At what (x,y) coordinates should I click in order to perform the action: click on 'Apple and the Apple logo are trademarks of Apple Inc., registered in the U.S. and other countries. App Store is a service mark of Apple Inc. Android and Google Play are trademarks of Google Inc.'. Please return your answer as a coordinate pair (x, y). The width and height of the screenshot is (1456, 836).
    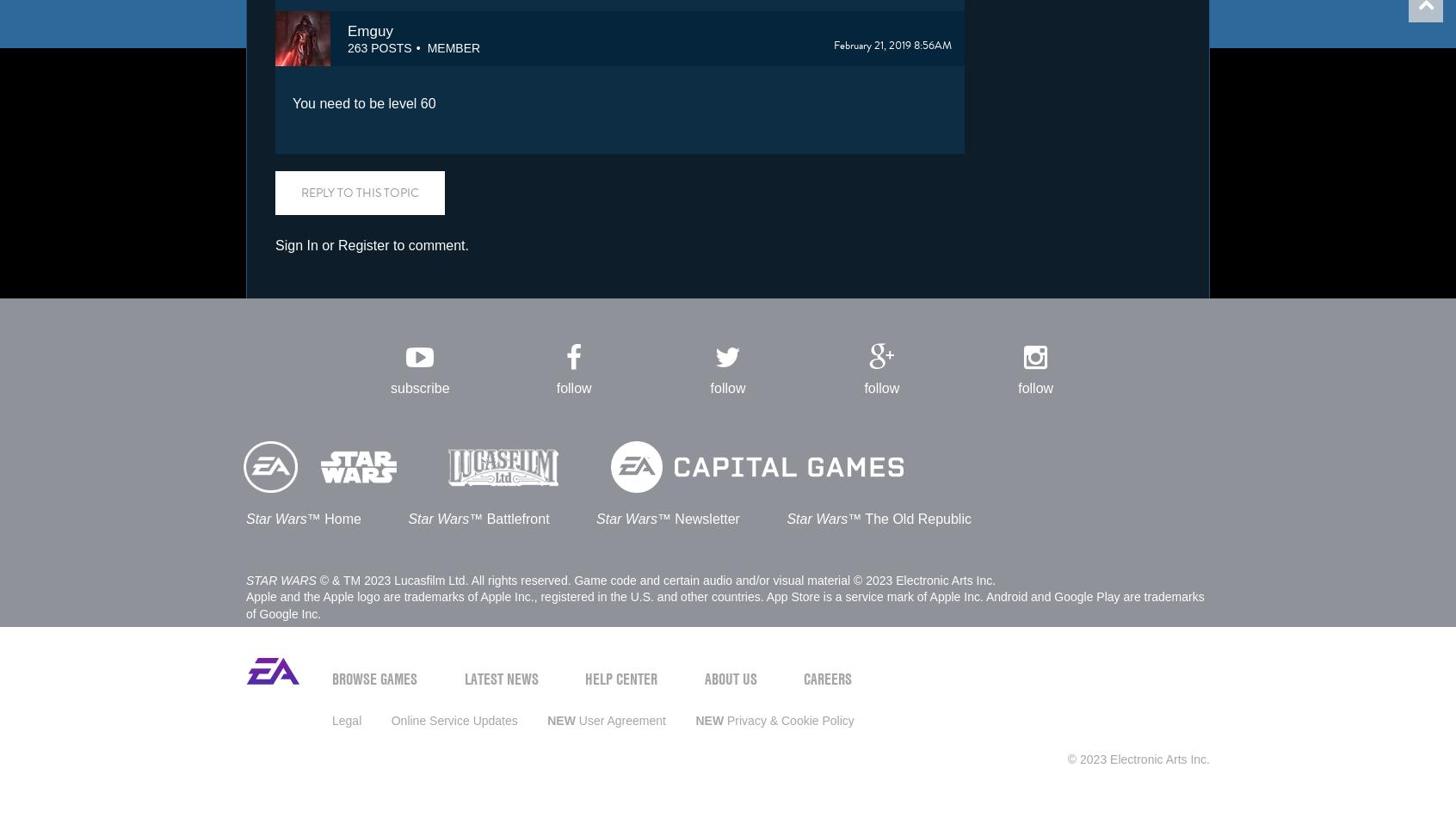
    Looking at the image, I should click on (725, 604).